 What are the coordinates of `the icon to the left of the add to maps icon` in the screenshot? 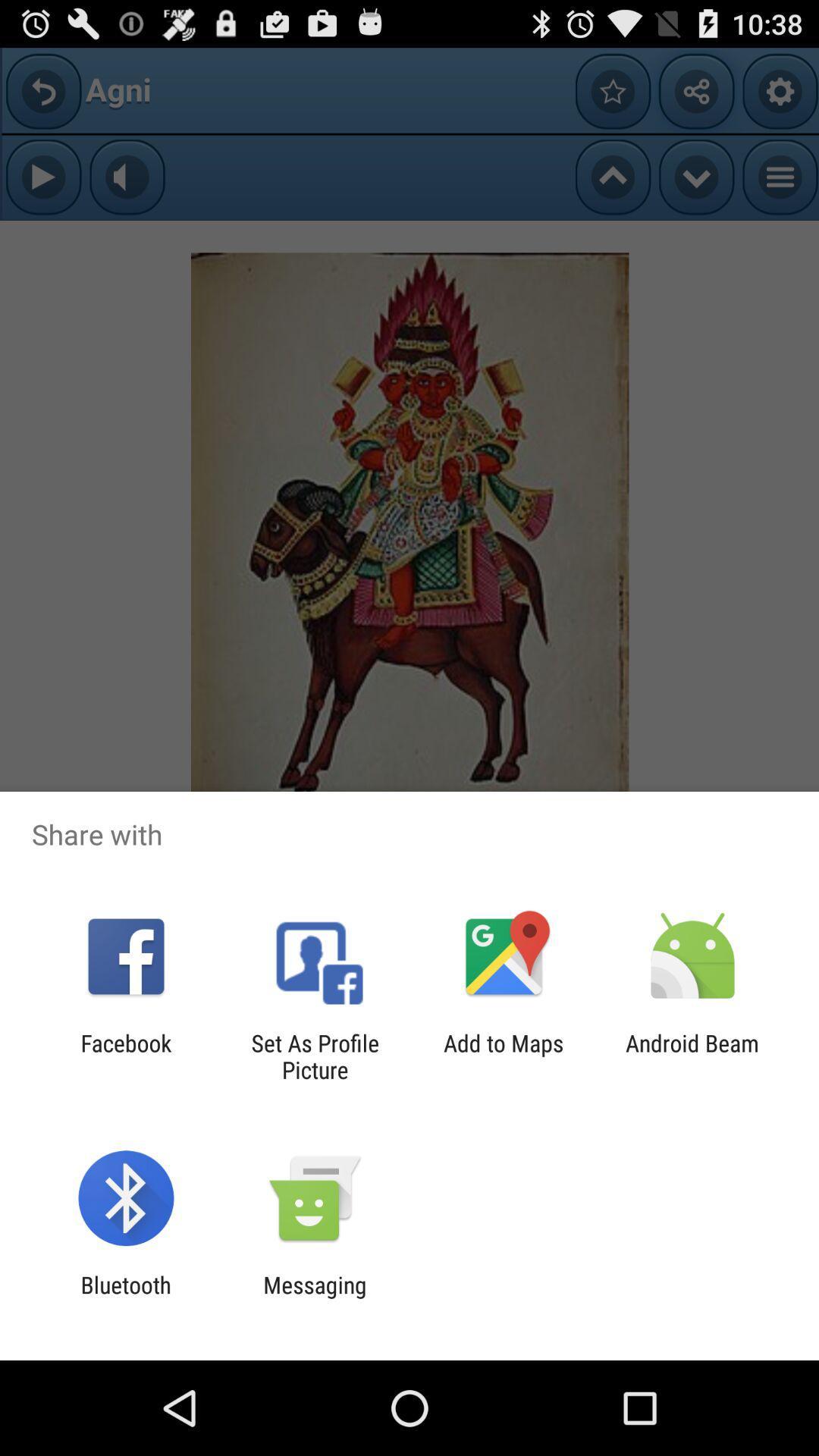 It's located at (314, 1056).